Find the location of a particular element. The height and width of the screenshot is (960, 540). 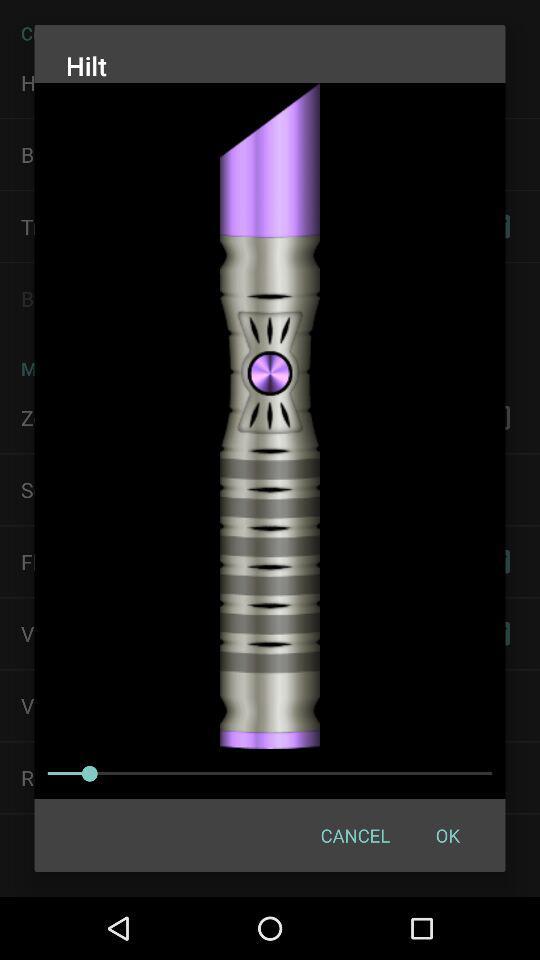

item at the bottom right corner is located at coordinates (447, 835).